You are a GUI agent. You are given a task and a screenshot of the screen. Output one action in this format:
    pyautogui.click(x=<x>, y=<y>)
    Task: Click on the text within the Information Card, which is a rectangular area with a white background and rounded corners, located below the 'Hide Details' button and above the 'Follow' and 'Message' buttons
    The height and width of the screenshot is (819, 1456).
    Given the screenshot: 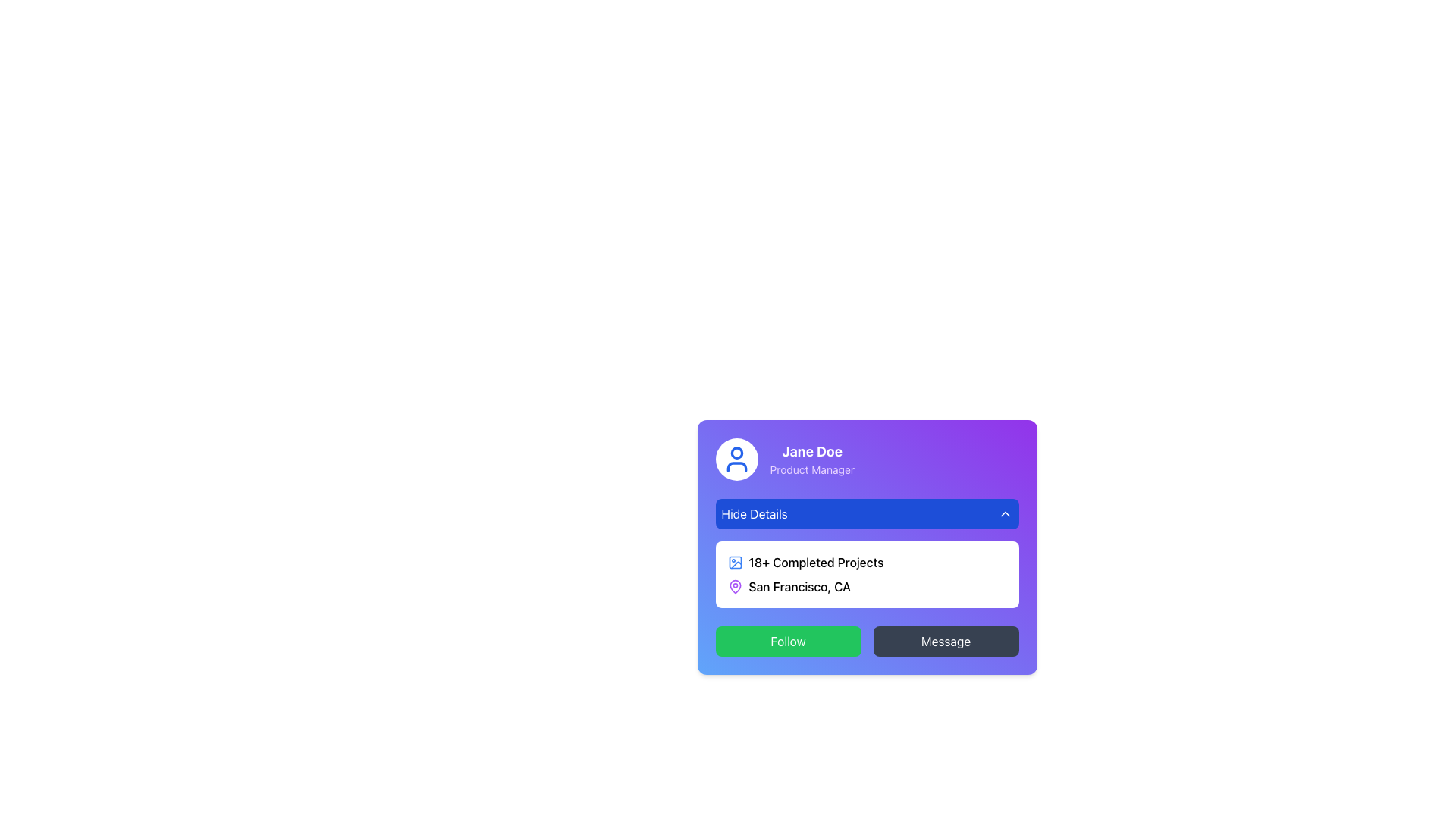 What is the action you would take?
    pyautogui.click(x=867, y=547)
    